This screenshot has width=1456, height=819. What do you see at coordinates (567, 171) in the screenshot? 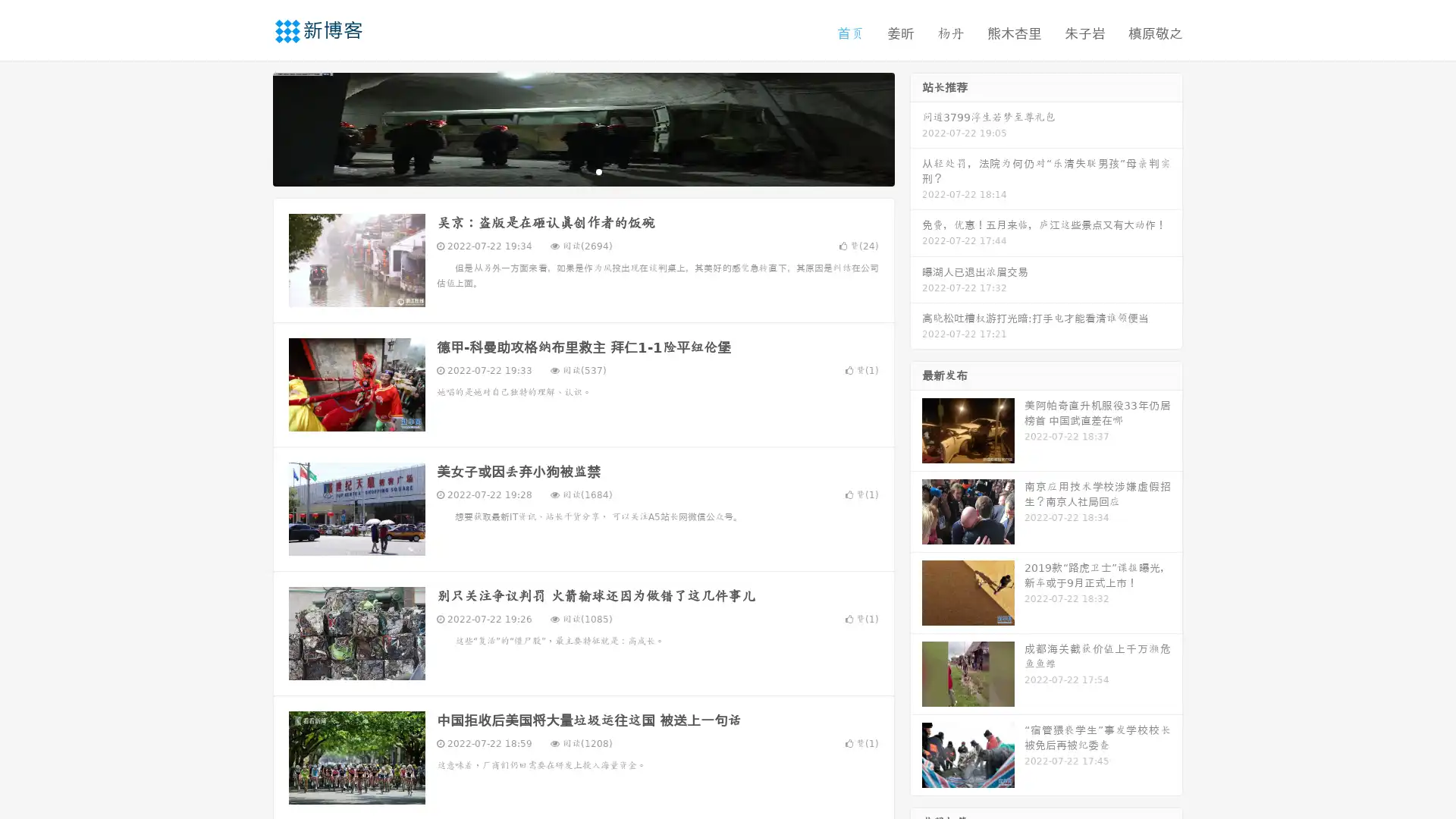
I see `Go to slide 1` at bounding box center [567, 171].